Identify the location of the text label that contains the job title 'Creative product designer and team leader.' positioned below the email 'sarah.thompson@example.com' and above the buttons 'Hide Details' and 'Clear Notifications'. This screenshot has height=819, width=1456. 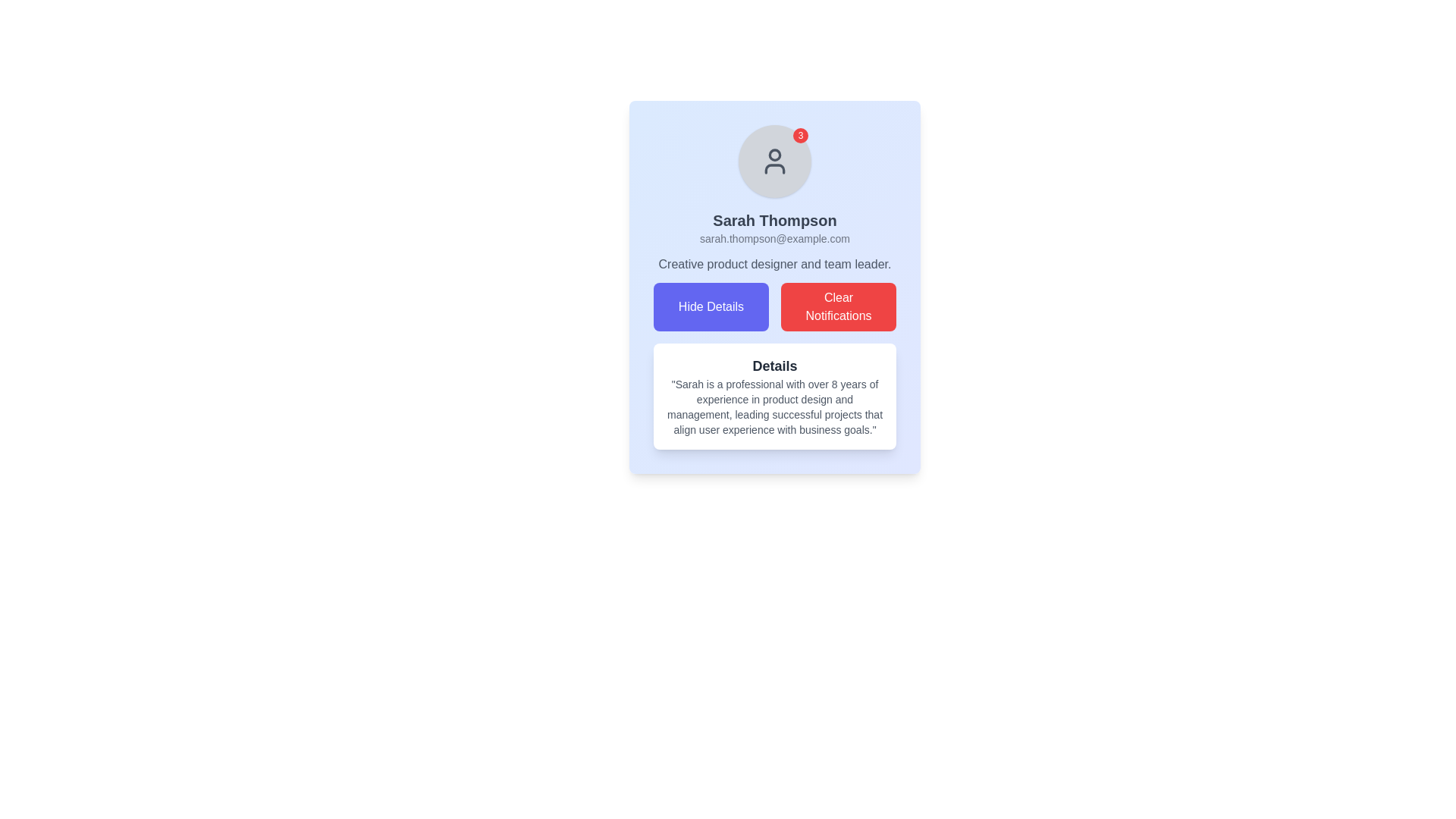
(775, 263).